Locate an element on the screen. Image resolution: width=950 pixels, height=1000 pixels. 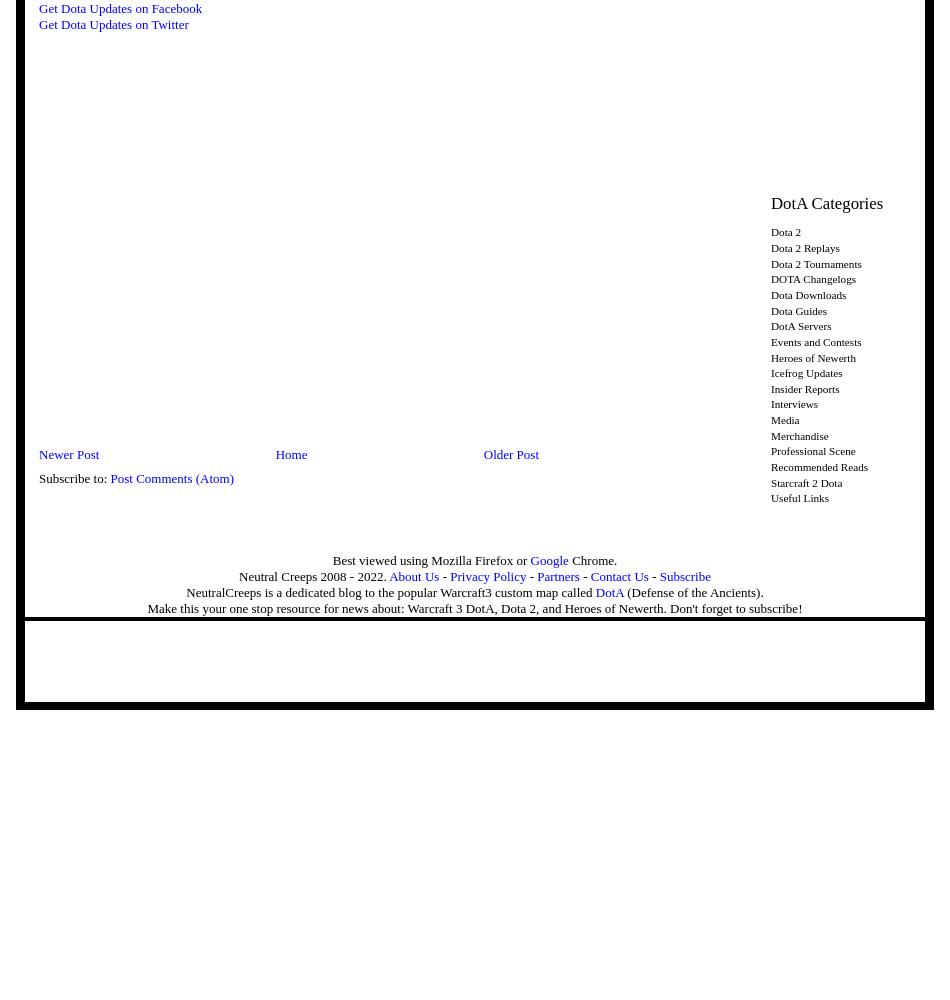
'Older Post' is located at coordinates (511, 453).